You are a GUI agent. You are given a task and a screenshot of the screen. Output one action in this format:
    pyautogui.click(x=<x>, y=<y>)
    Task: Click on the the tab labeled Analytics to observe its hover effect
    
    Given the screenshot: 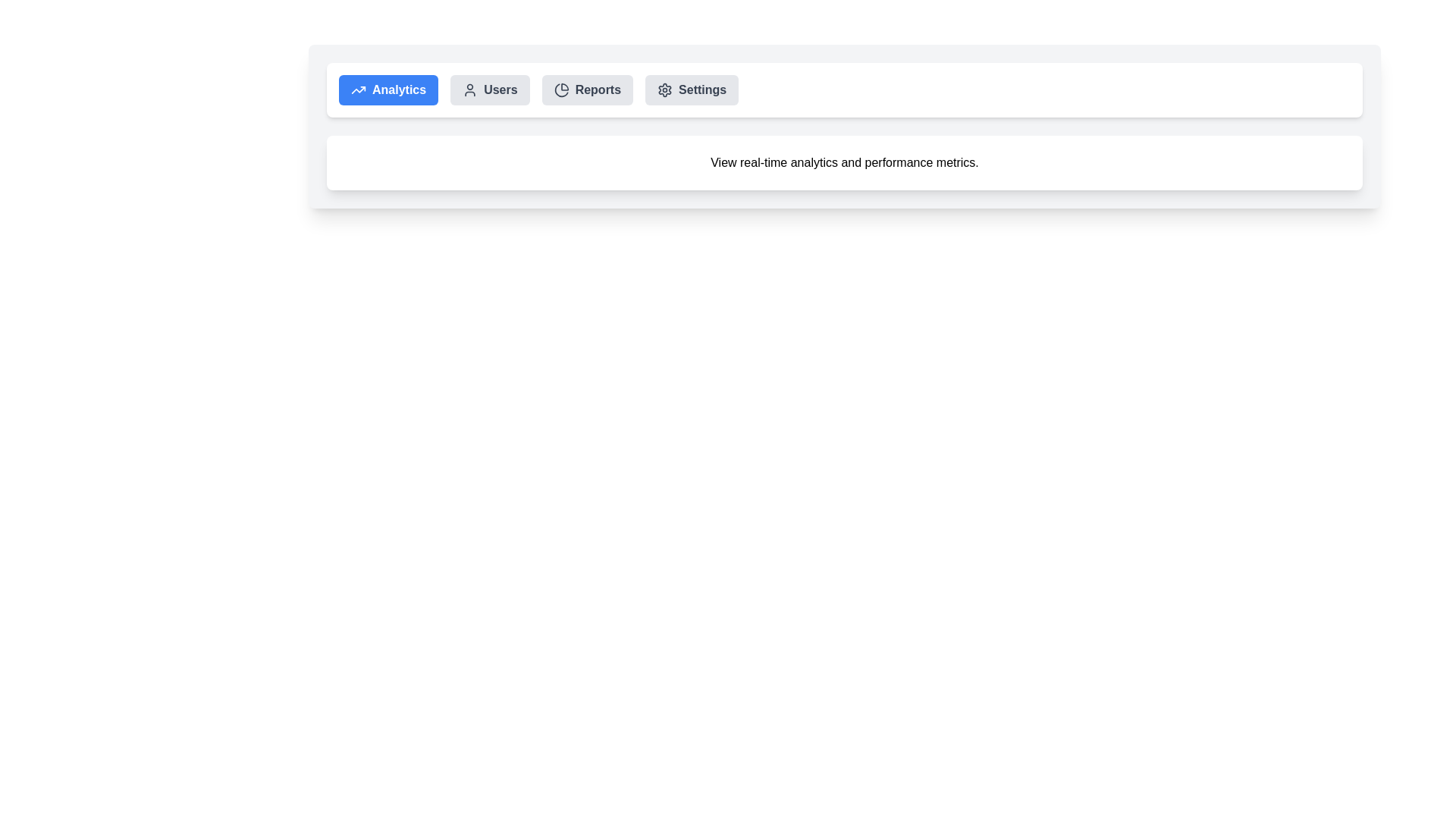 What is the action you would take?
    pyautogui.click(x=388, y=90)
    